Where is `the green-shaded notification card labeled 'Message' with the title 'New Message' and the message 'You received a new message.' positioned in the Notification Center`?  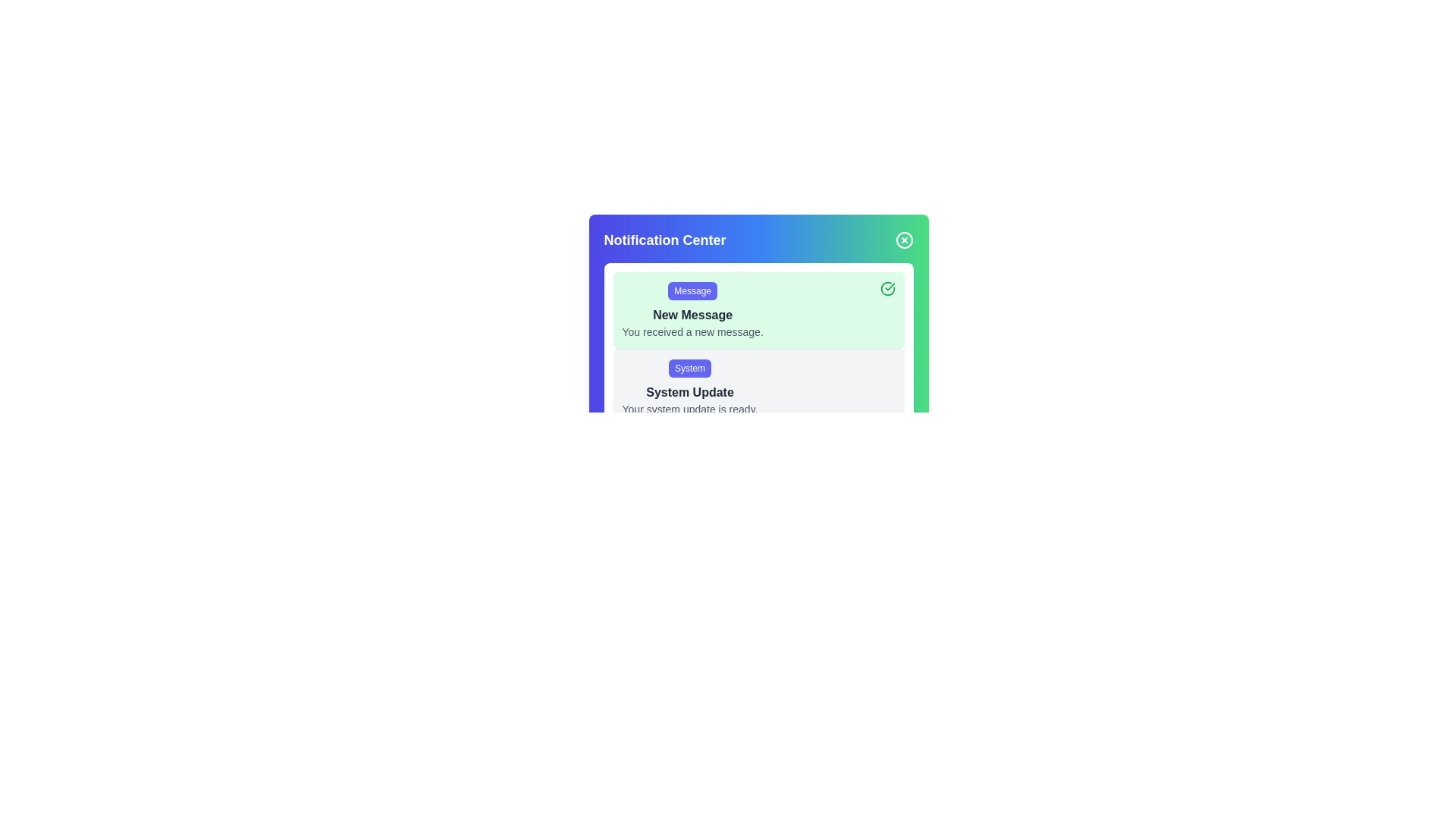 the green-shaded notification card labeled 'Message' with the title 'New Message' and the message 'You received a new message.' positioned in the Notification Center is located at coordinates (758, 309).